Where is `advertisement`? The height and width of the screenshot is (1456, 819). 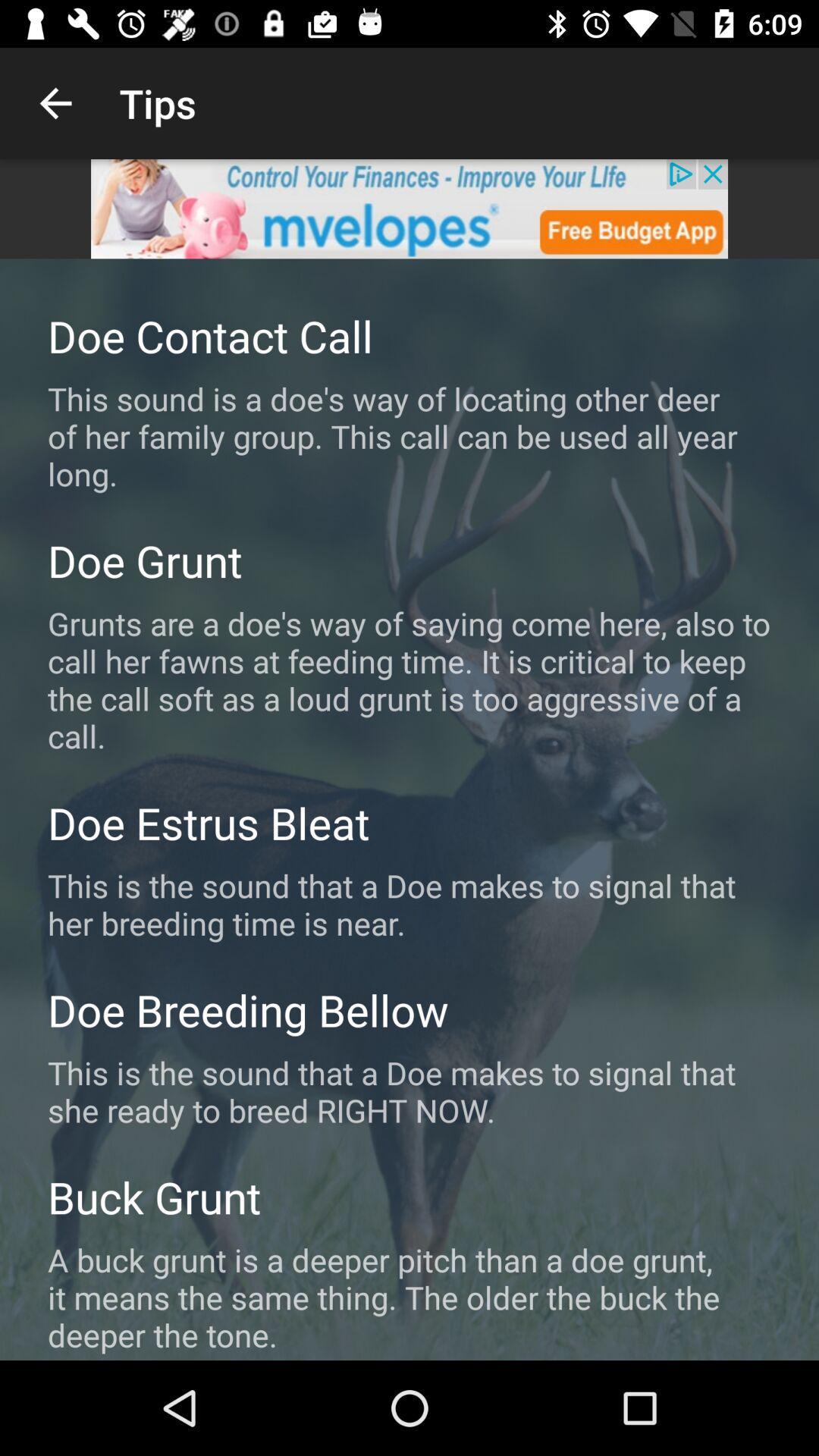
advertisement is located at coordinates (409, 208).